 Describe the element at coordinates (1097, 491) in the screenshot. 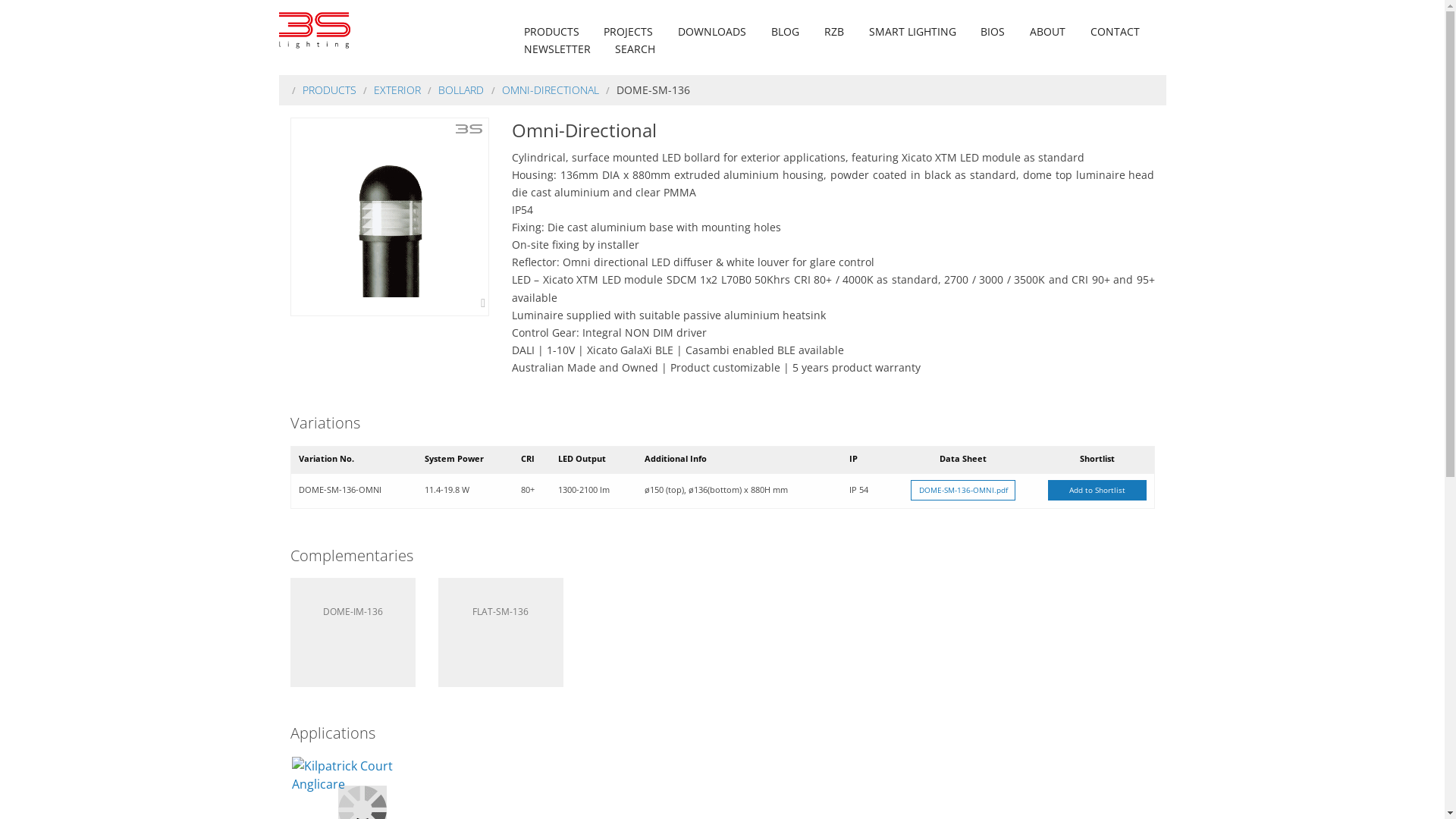

I see `'Add to Shortlist'` at that location.